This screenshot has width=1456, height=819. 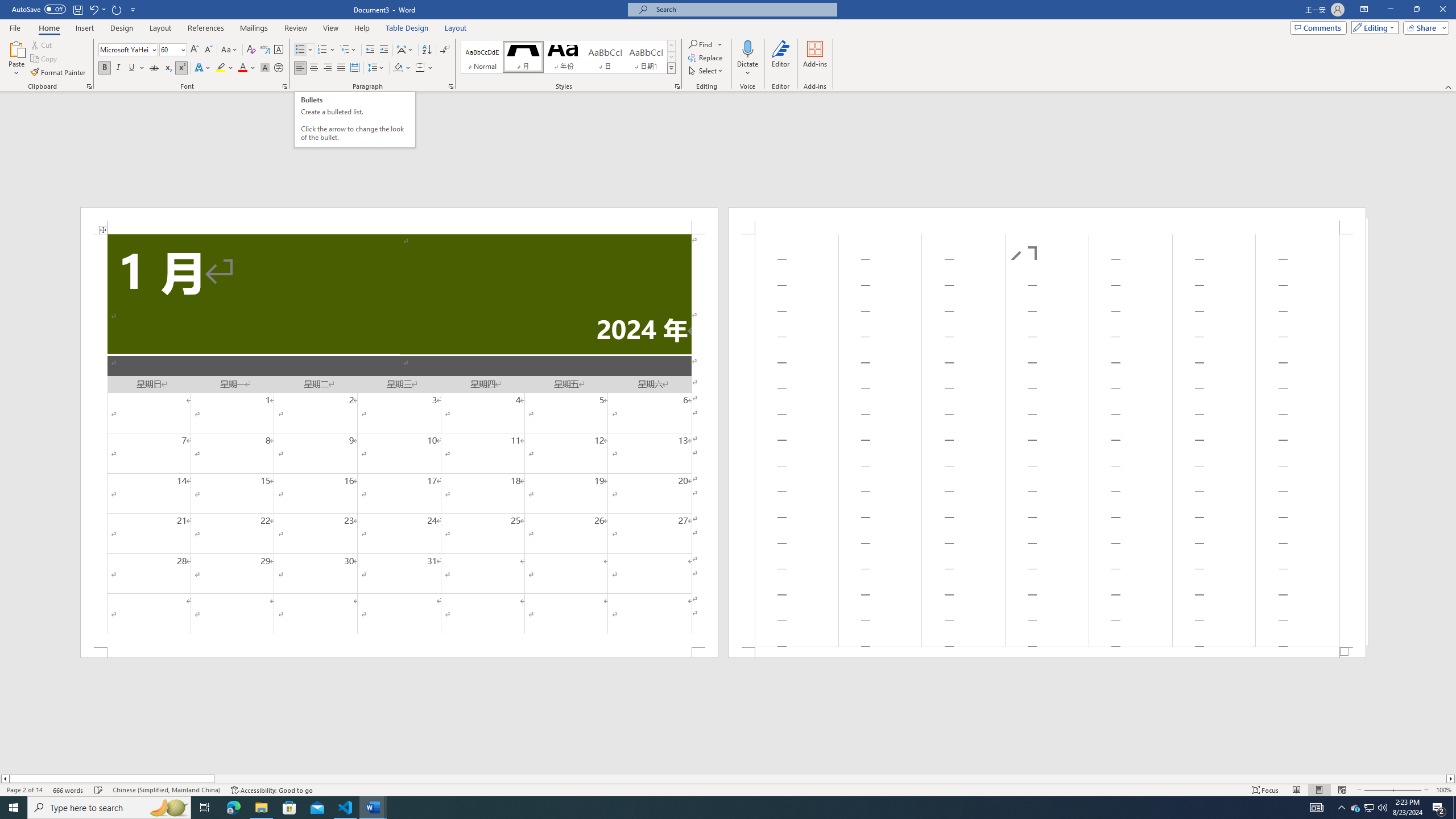 I want to click on 'Styles...', so click(x=677, y=85).